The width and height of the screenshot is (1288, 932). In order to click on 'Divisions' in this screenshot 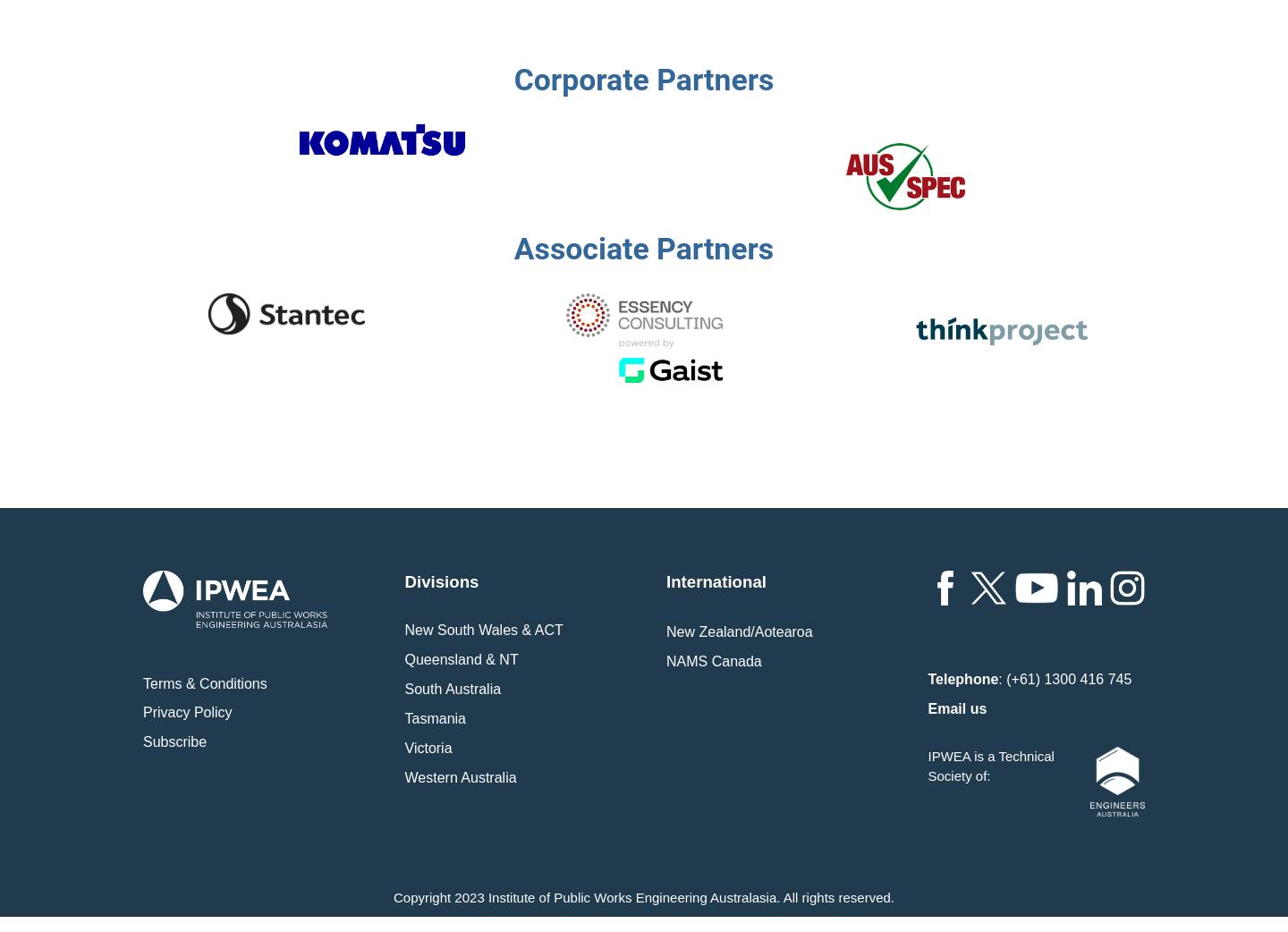, I will do `click(440, 580)`.